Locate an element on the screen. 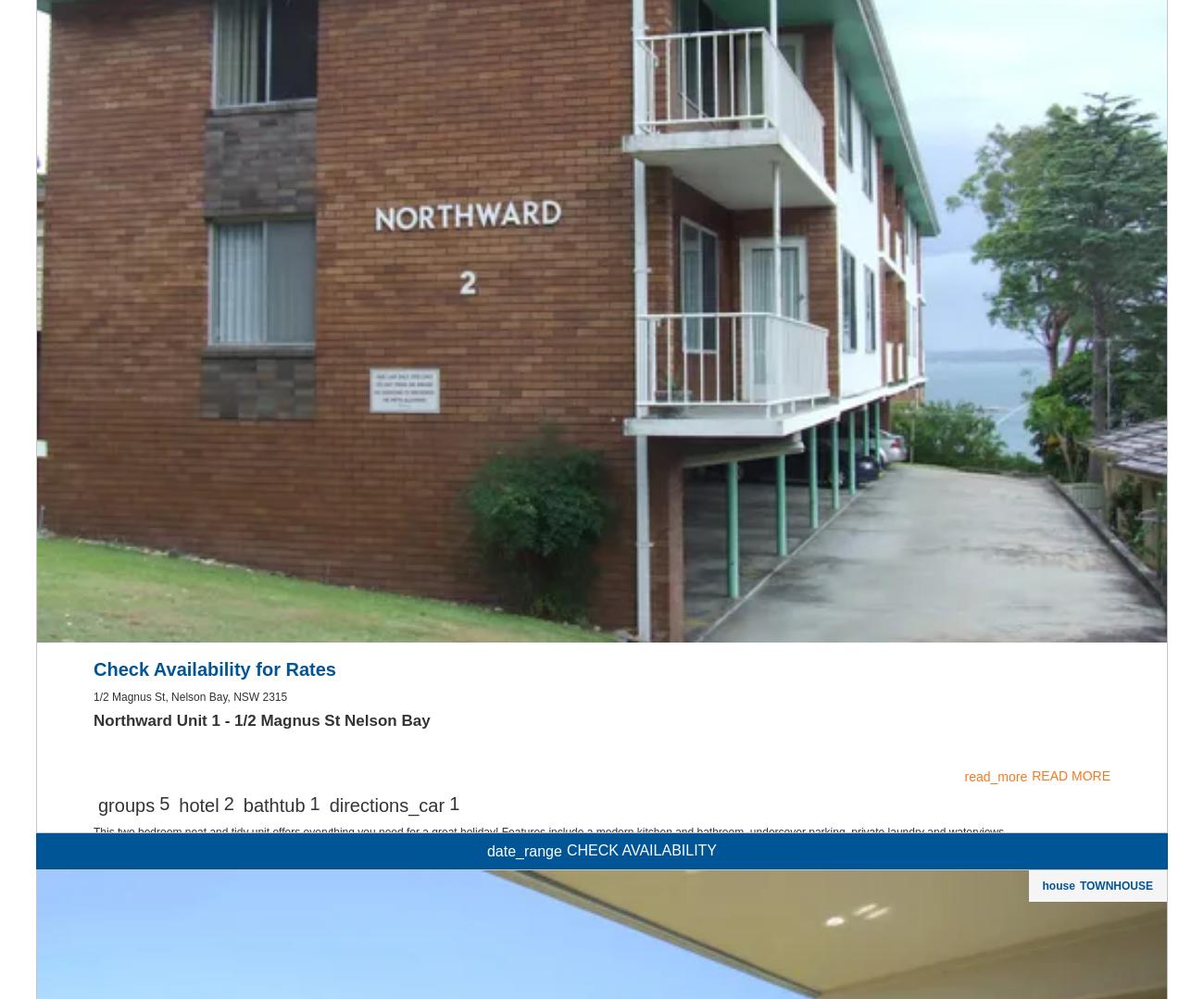 Image resolution: width=1204 pixels, height=999 pixels. 'smoke_free' is located at coordinates (601, 284).